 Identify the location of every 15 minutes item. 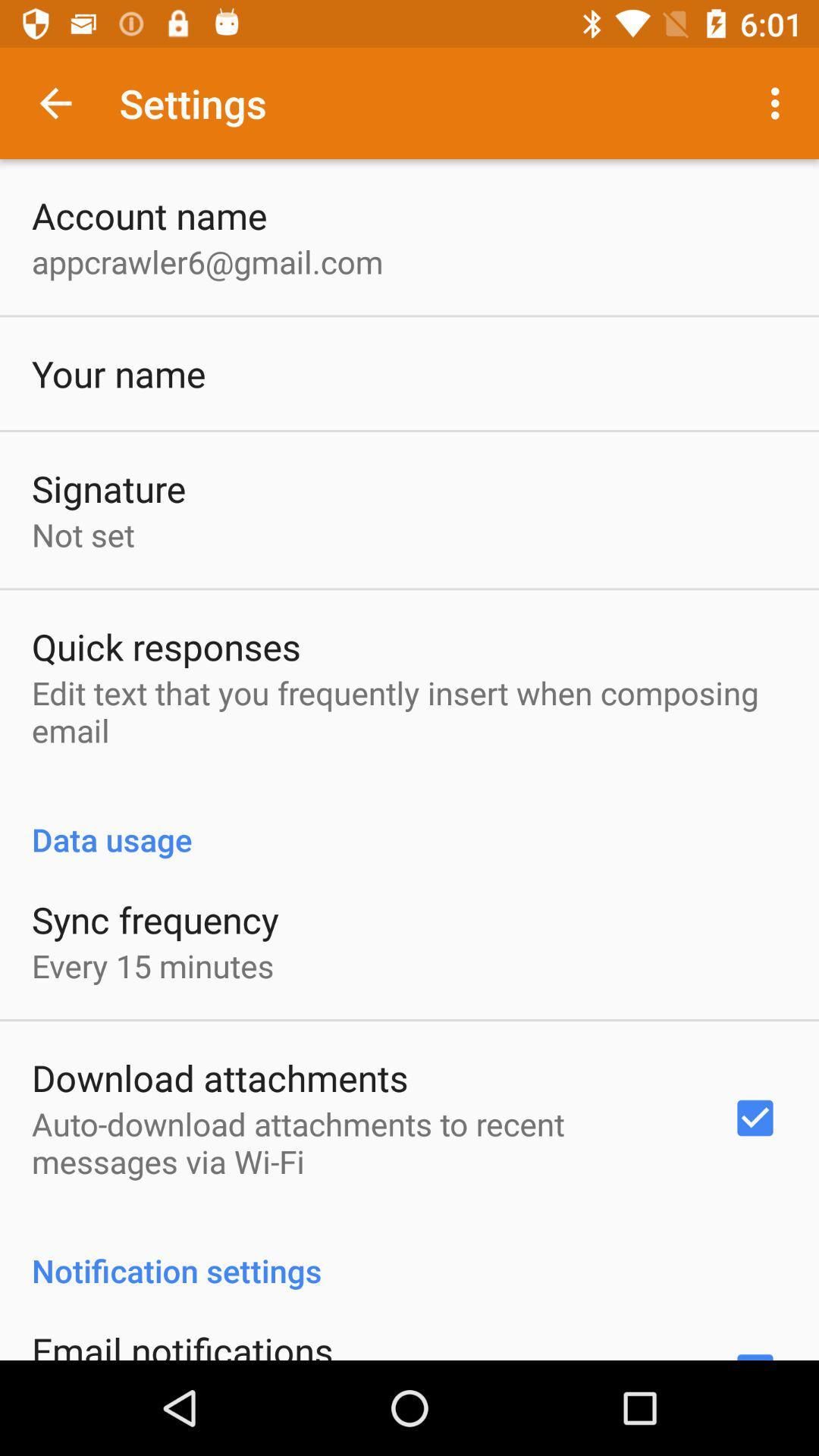
(152, 965).